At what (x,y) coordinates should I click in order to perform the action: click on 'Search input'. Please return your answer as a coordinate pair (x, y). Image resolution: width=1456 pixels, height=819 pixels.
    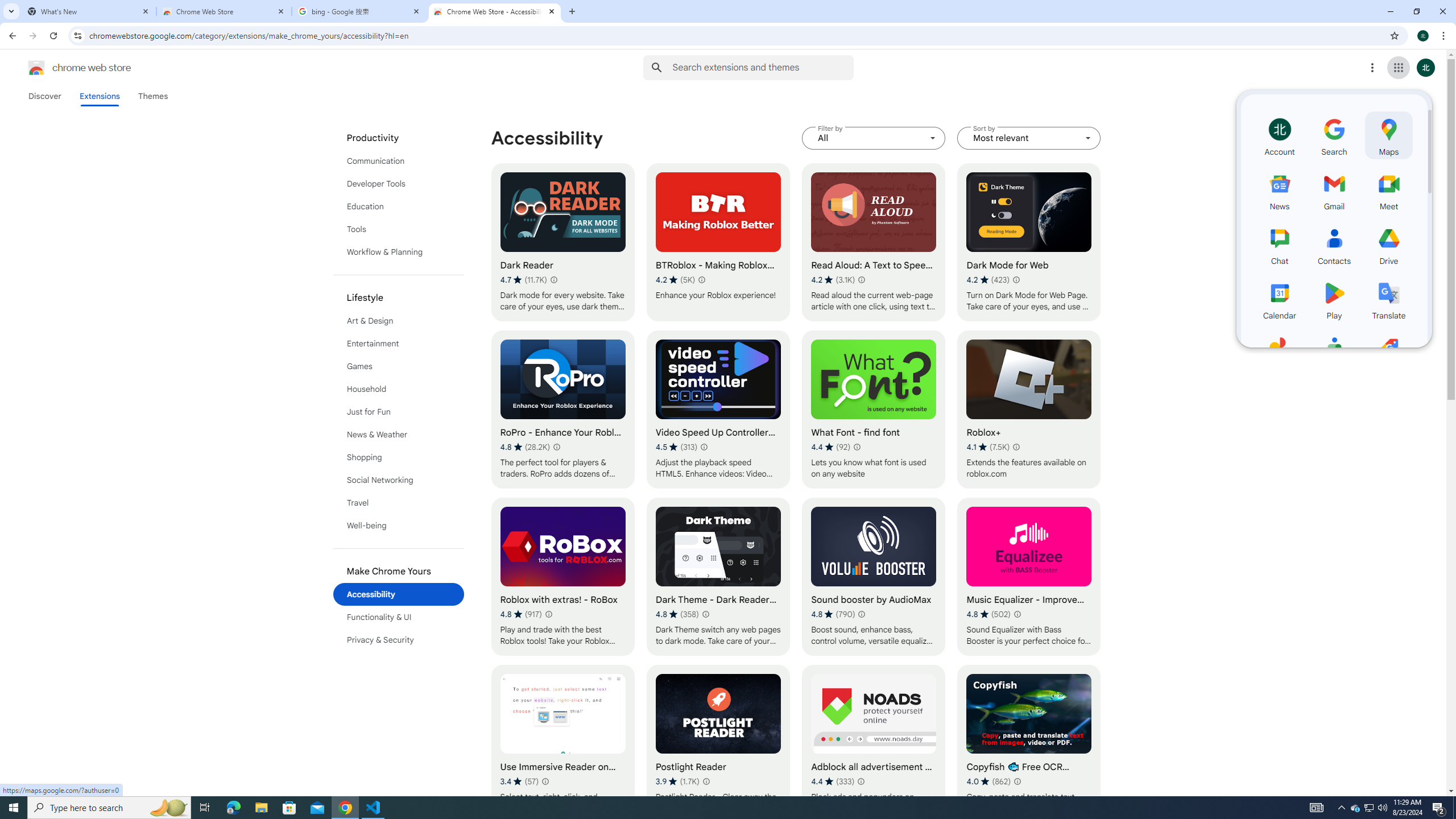
    Looking at the image, I should click on (763, 67).